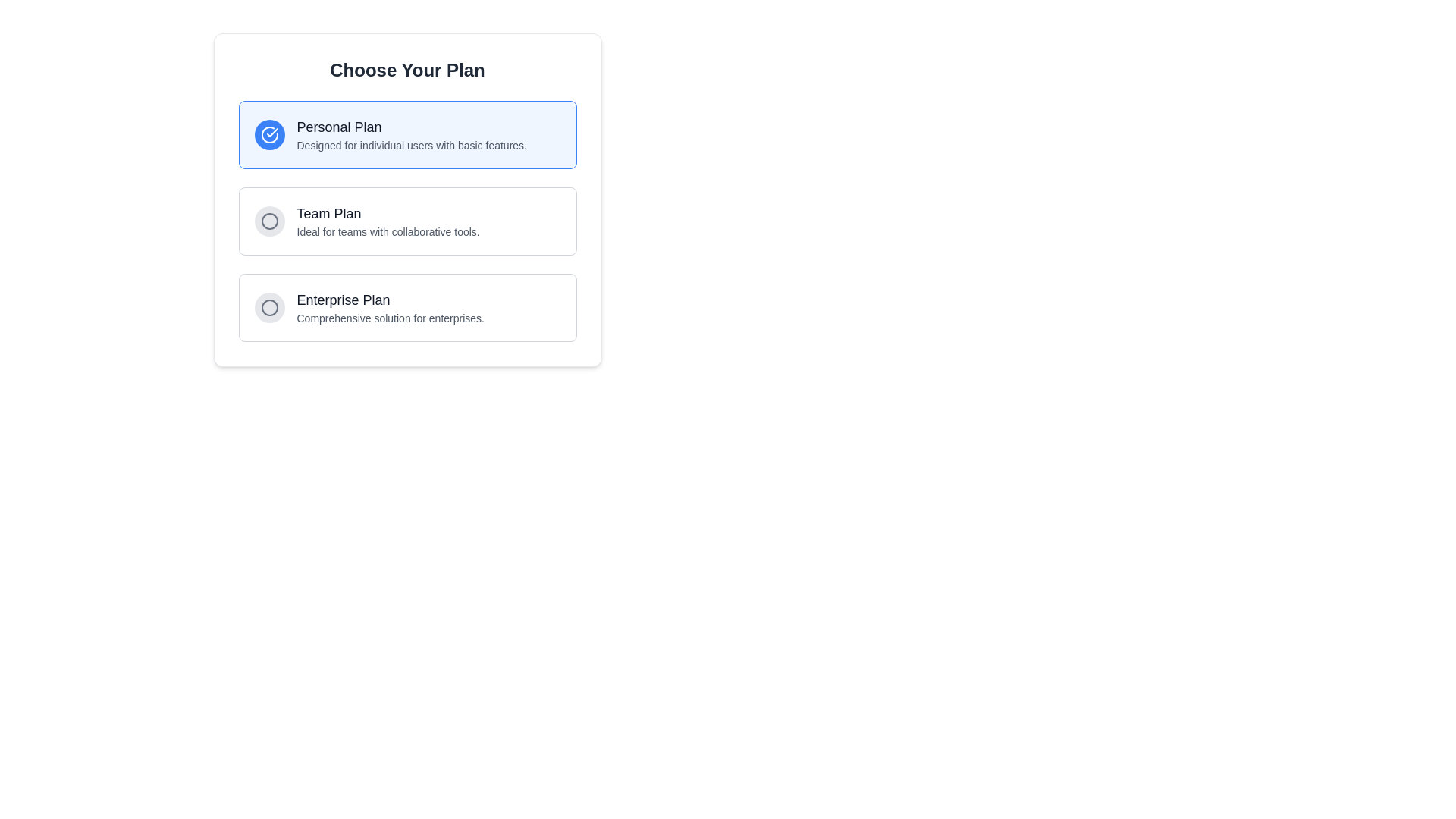 This screenshot has height=819, width=1456. I want to click on the blue circular button with a white checkmark icon located at the top-left corner of the 'Personal Plan' card in the 'Choose Your Plan' section, so click(269, 133).